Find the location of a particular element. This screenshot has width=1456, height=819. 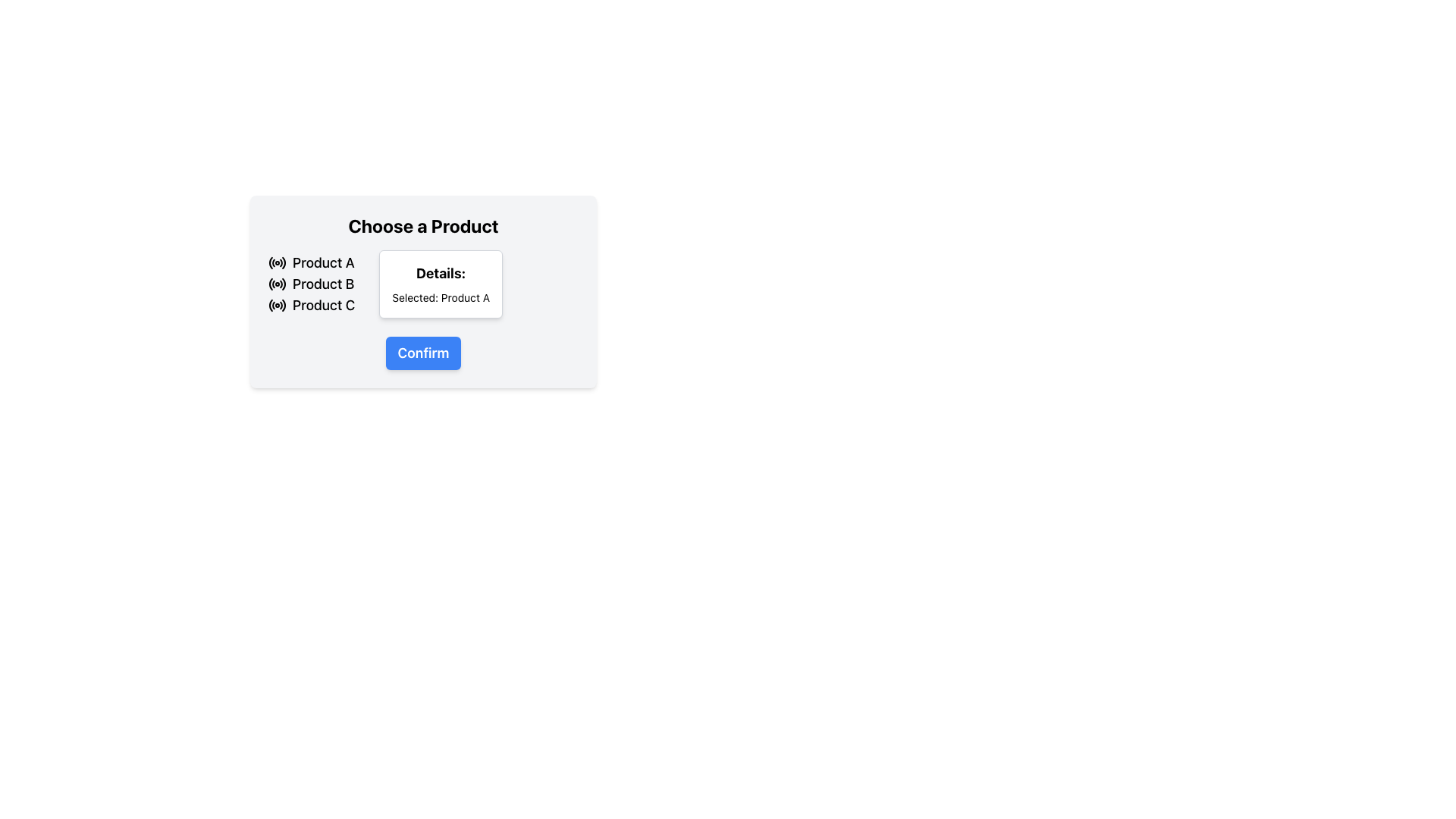

the Icon component (decorative curve within an SVG) that is styled with a black stroke and positioned within a circular icon next to the text labeled 'Product A' is located at coordinates (273, 262).